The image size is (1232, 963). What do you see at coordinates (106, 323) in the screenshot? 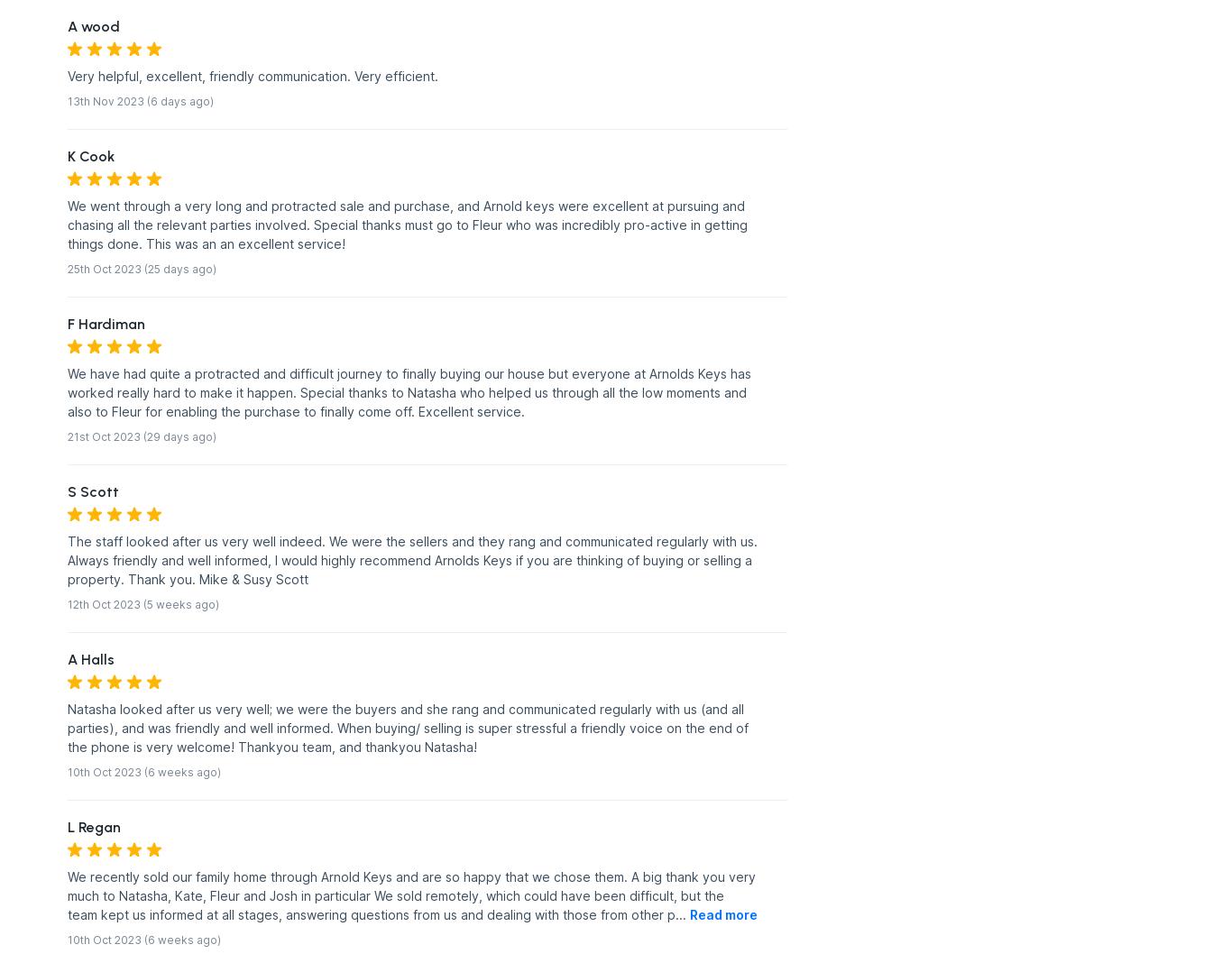
I see `'F Hardiman'` at bounding box center [106, 323].